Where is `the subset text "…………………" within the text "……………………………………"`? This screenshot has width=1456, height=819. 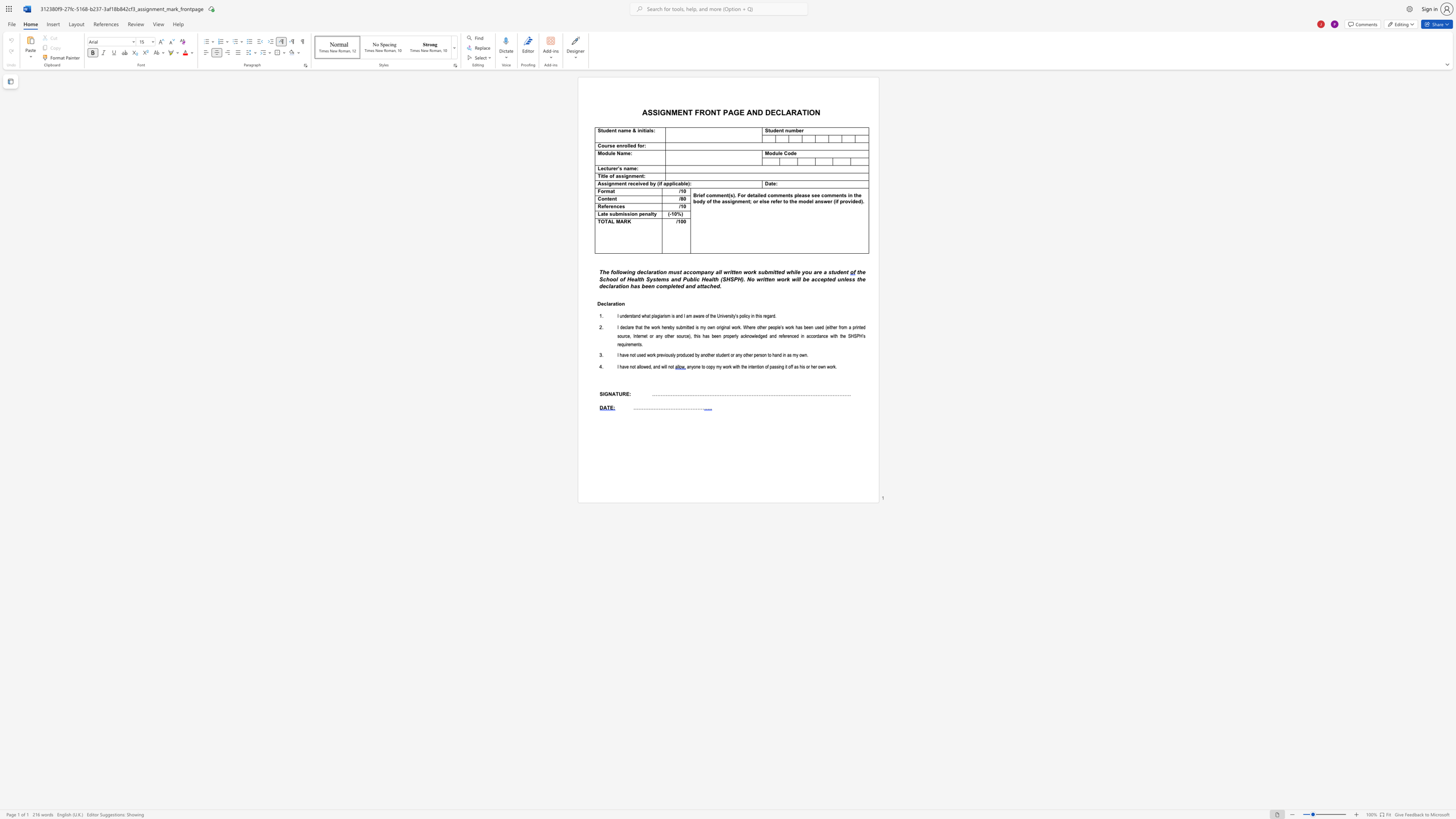 the subset text "…………………" within the text "……………………………………" is located at coordinates (658, 407).